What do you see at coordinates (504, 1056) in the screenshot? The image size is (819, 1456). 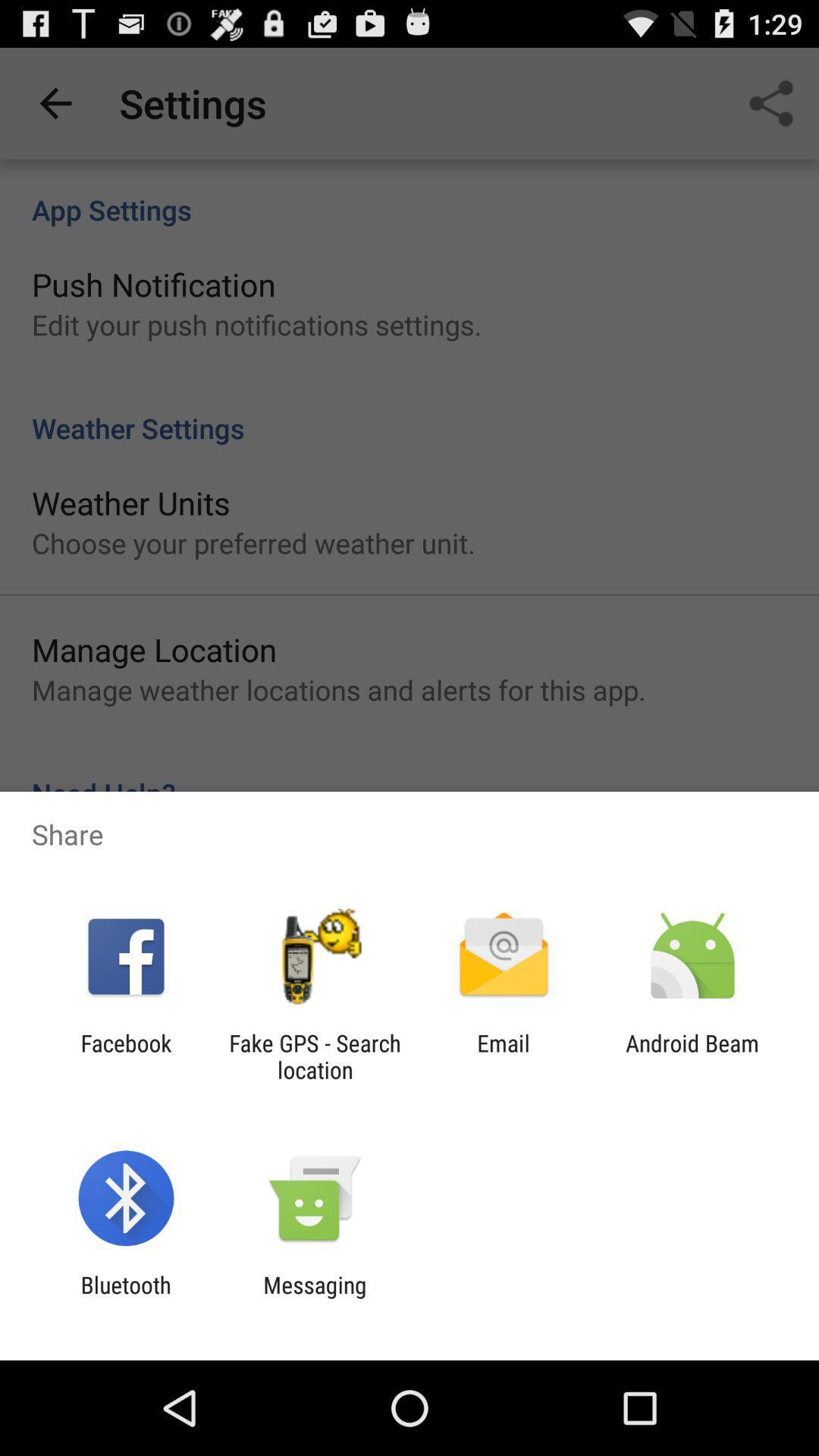 I see `the icon to the right of fake gps search` at bounding box center [504, 1056].